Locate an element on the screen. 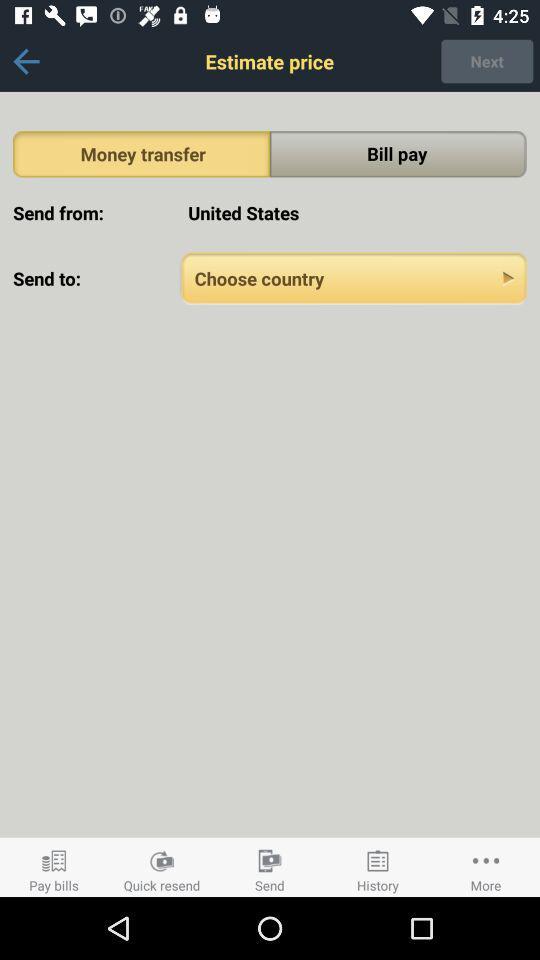 The image size is (540, 960). next item is located at coordinates (486, 61).